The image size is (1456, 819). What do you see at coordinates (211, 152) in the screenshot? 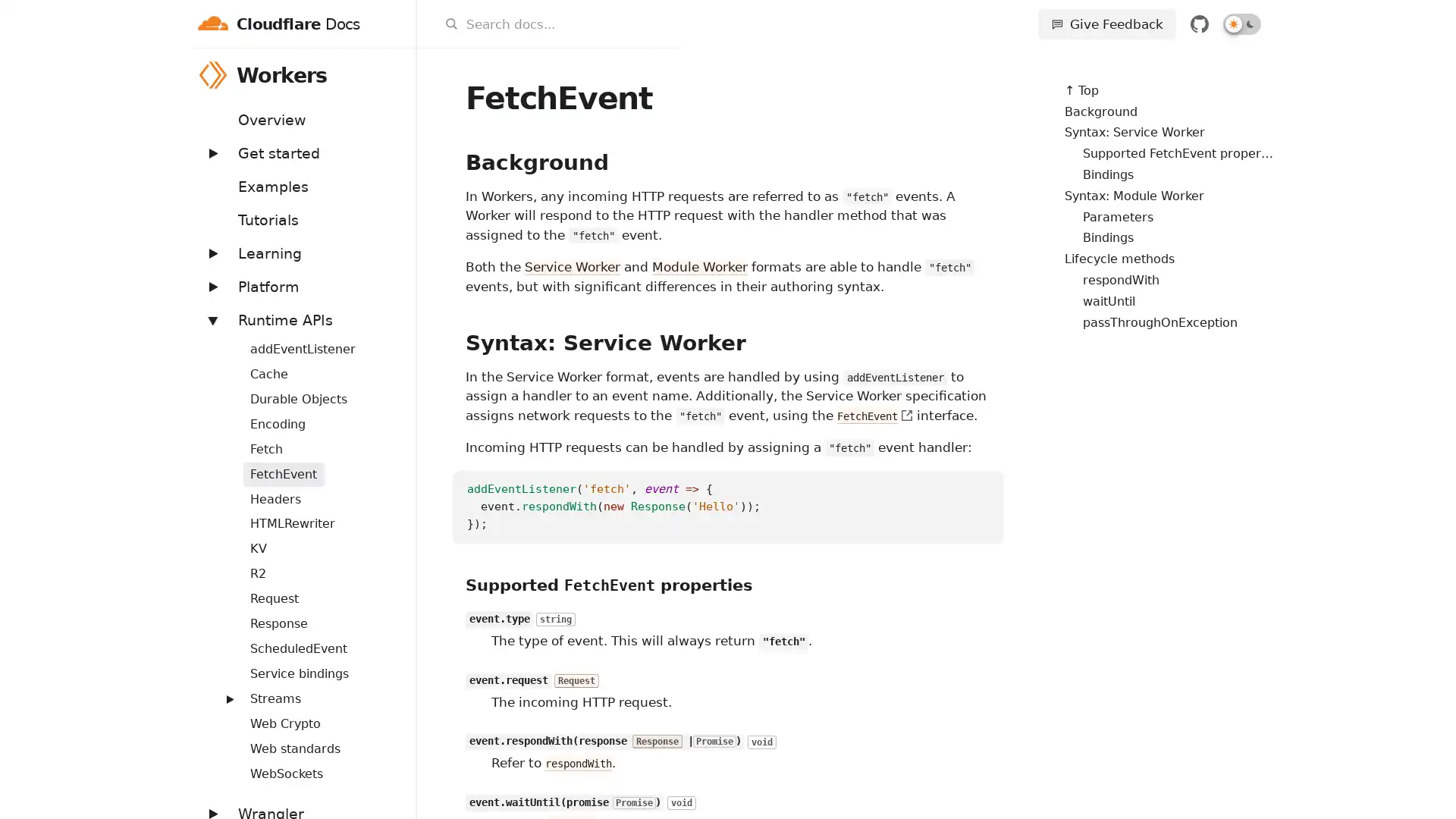
I see `Expand: Get started` at bounding box center [211, 152].